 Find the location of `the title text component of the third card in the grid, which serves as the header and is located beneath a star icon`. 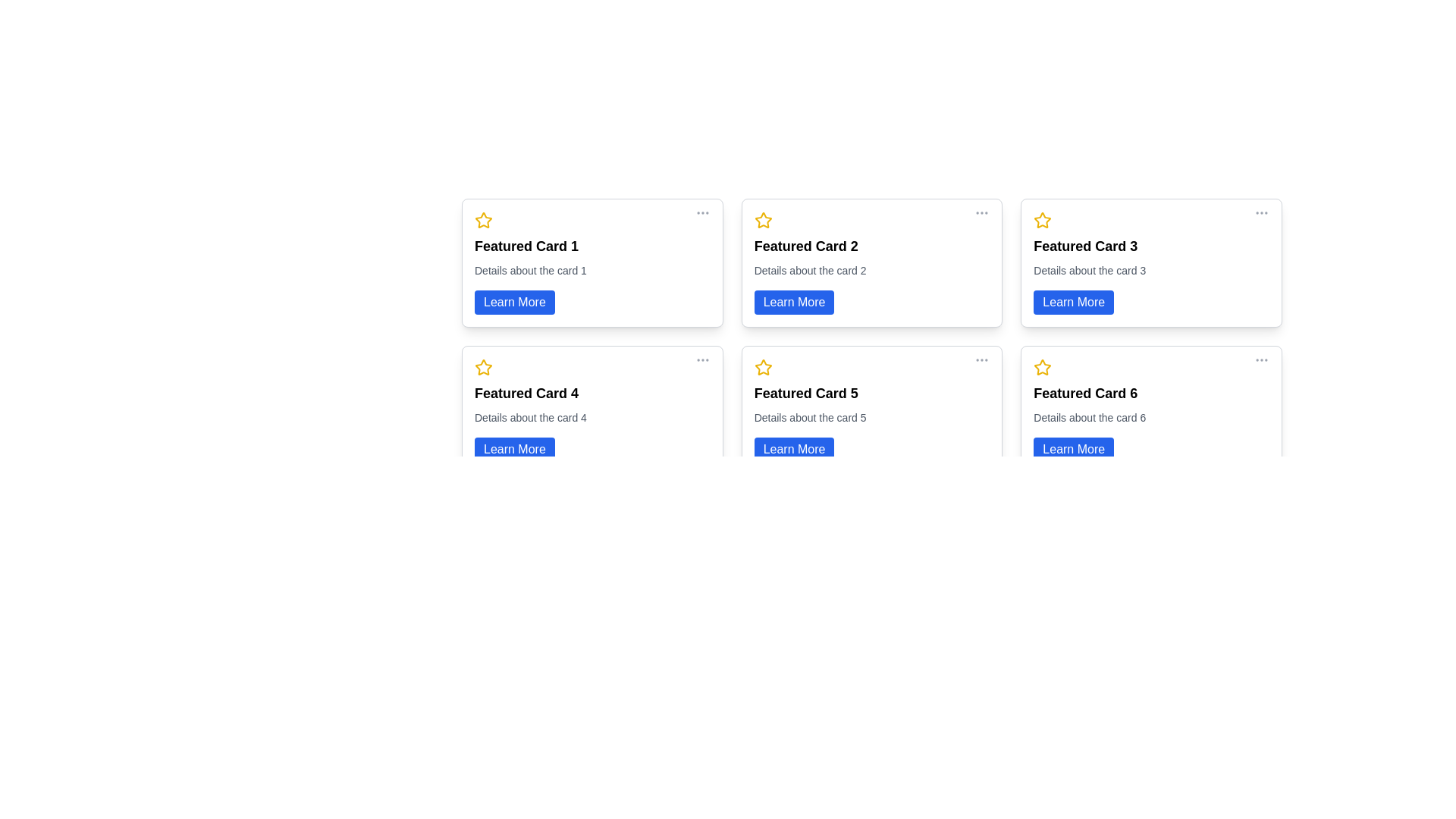

the title text component of the third card in the grid, which serves as the header and is located beneath a star icon is located at coordinates (1084, 245).